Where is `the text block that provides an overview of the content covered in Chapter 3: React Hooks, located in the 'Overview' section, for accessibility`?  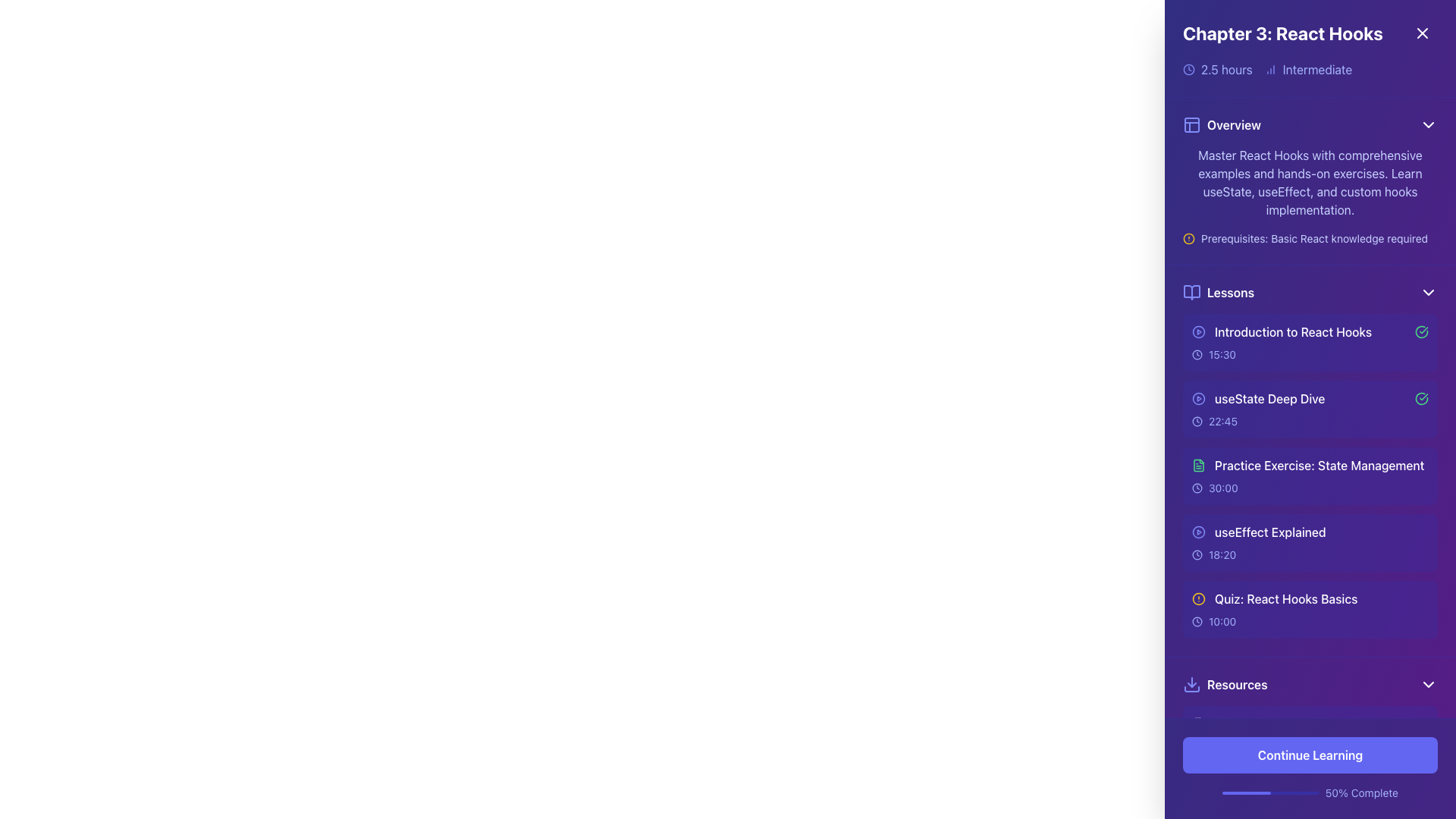 the text block that provides an overview of the content covered in Chapter 3: React Hooks, located in the 'Overview' section, for accessibility is located at coordinates (1310, 181).